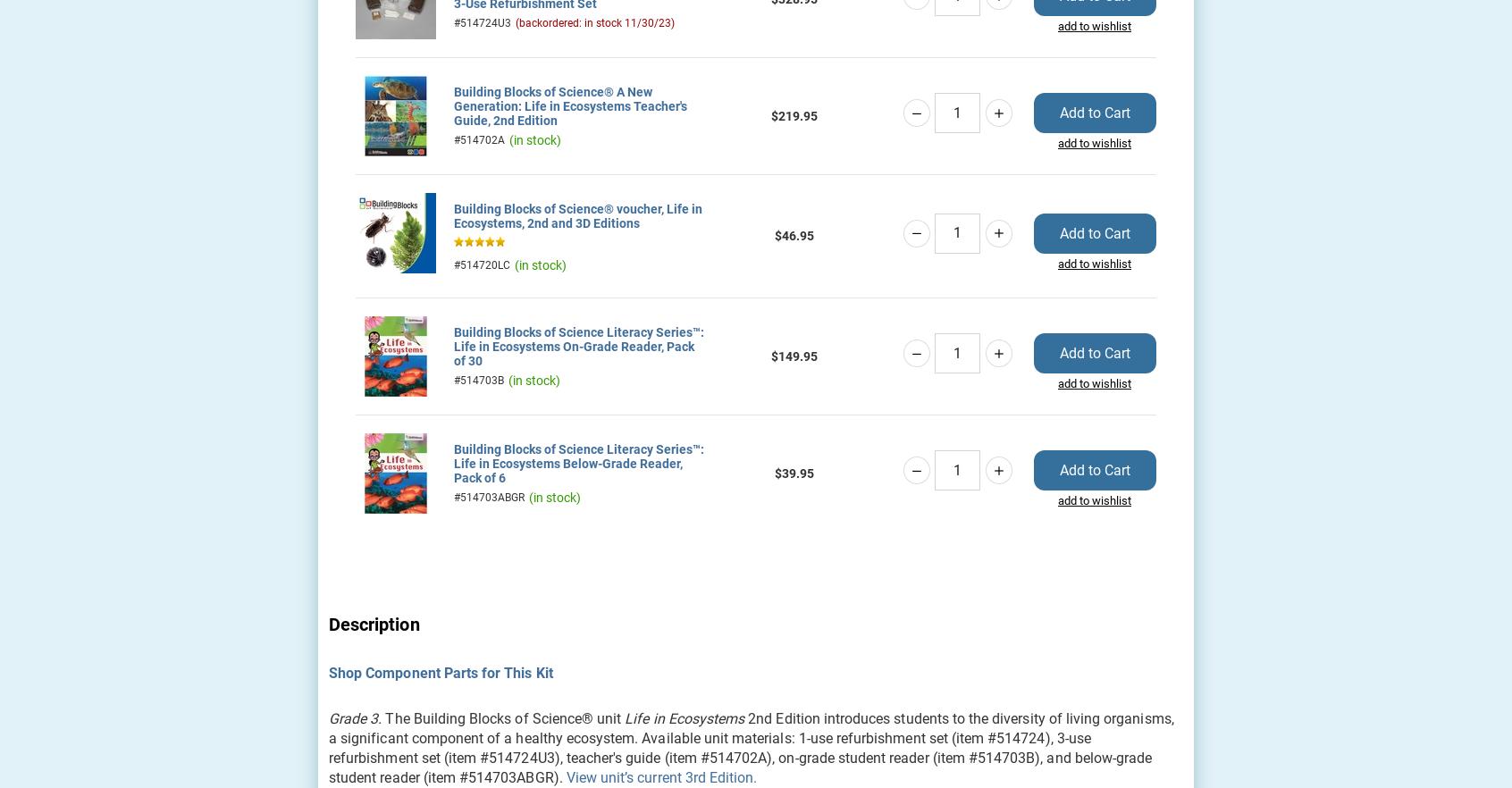 The width and height of the screenshot is (1512, 788). Describe the element at coordinates (489, 496) in the screenshot. I see `'#514703ABGR'` at that location.